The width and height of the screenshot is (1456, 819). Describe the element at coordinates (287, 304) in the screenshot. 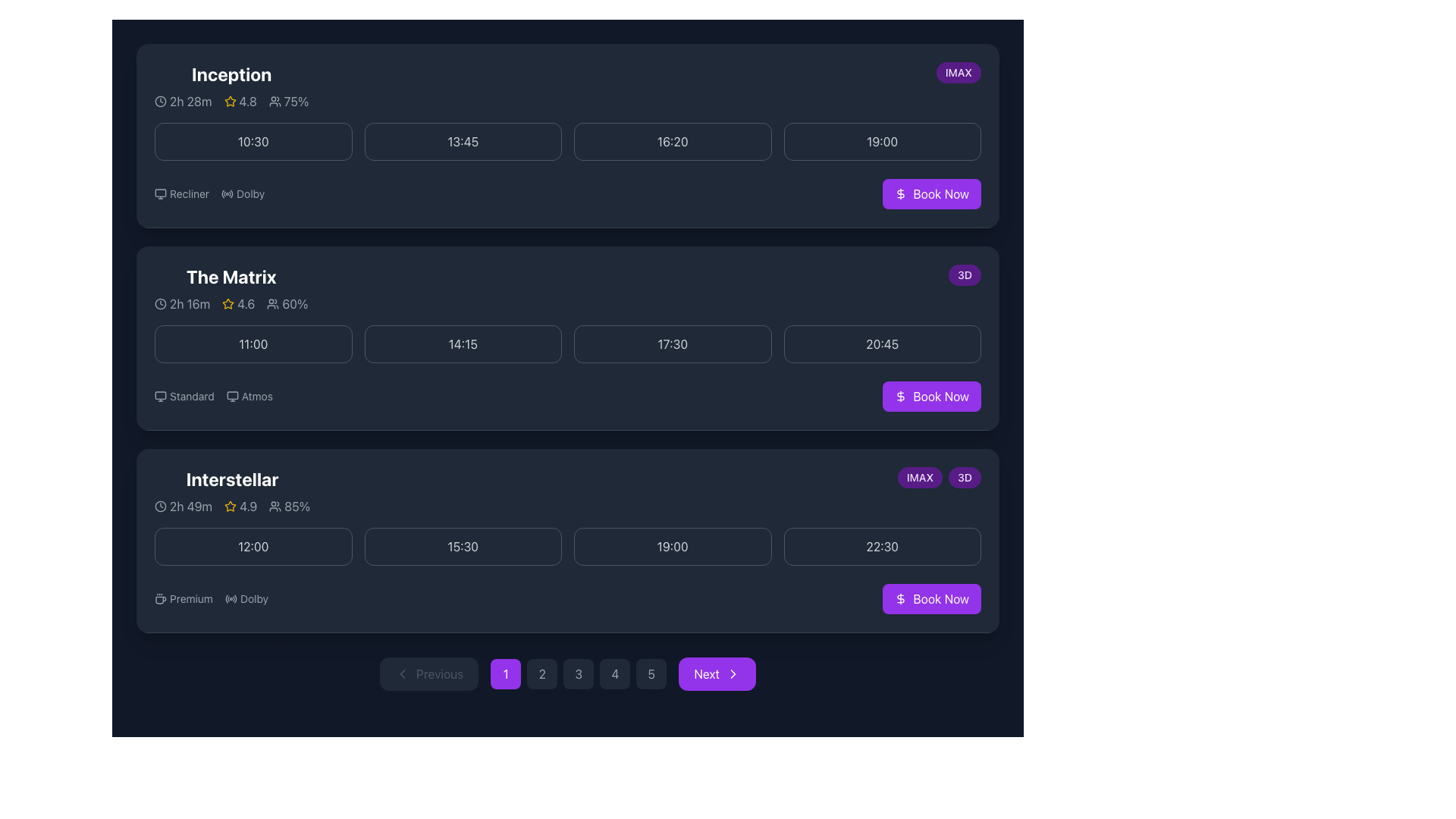

I see `the text with icon indicating user-related information for 'The Matrix', positioned below the movie title and to the right of the star rating (4.6)` at that location.